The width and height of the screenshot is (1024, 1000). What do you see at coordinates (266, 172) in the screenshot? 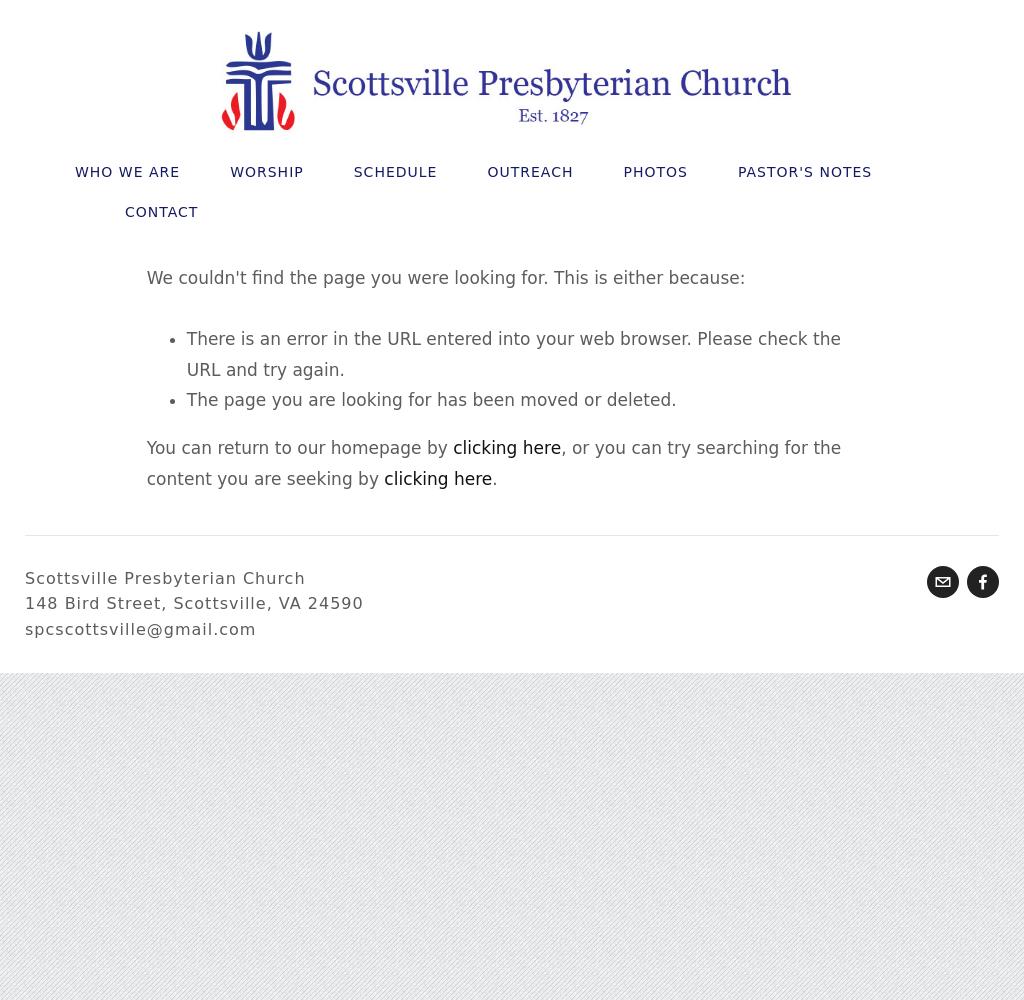
I see `'Worship'` at bounding box center [266, 172].